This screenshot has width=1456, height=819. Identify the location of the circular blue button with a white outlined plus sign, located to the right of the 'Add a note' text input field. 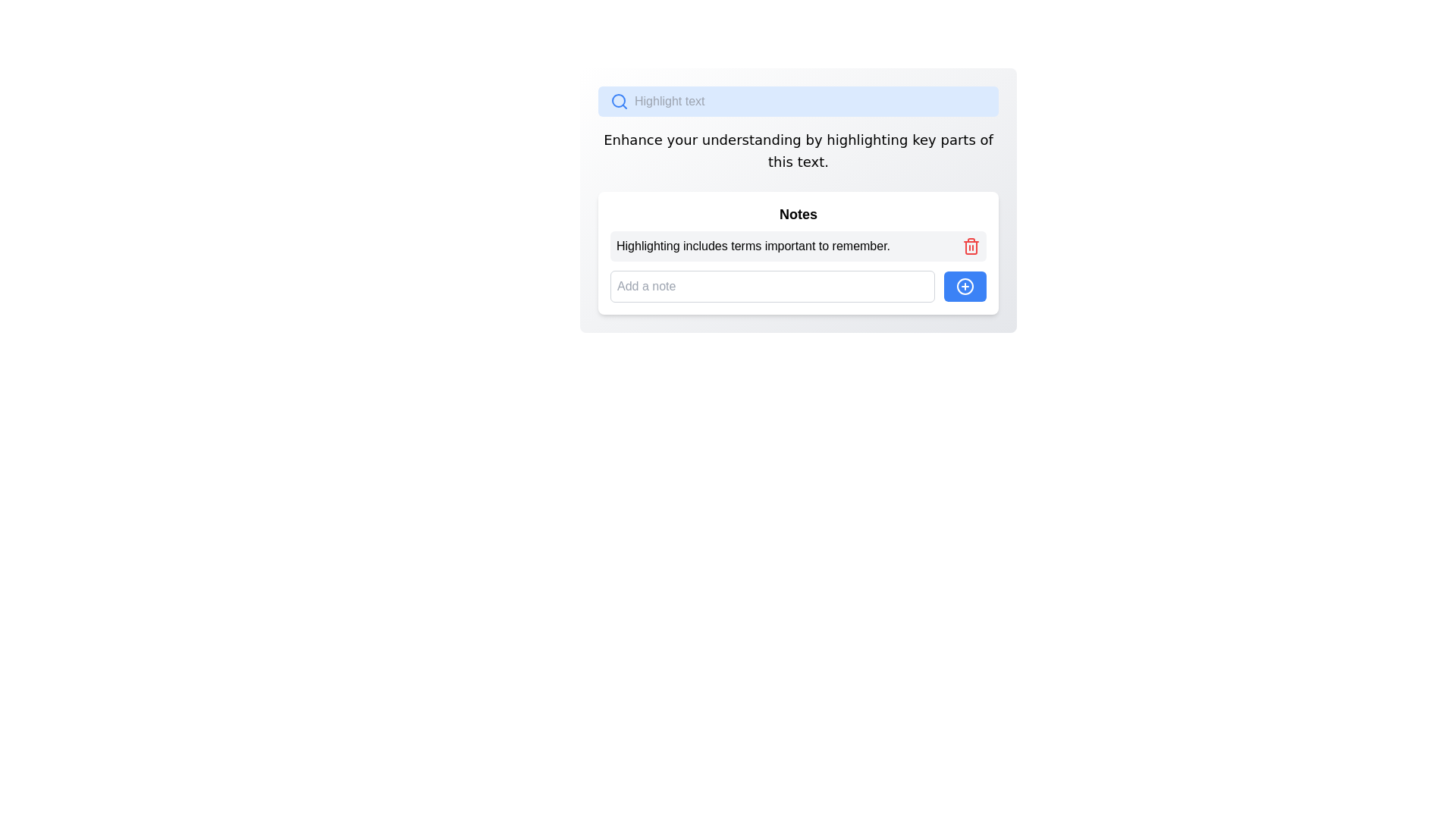
(964, 286).